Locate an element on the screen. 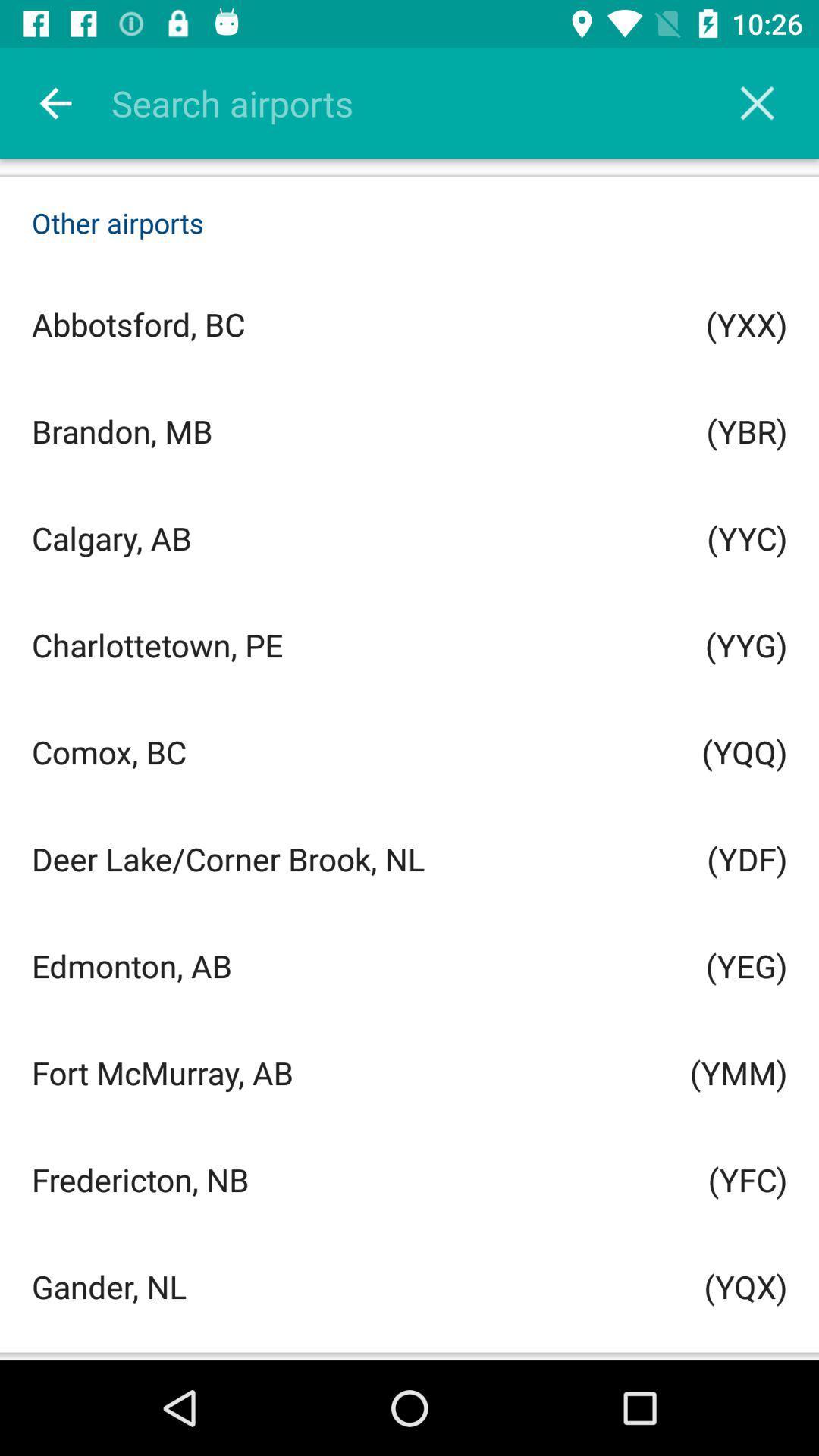 The image size is (819, 1456). the item above the other airports is located at coordinates (55, 102).